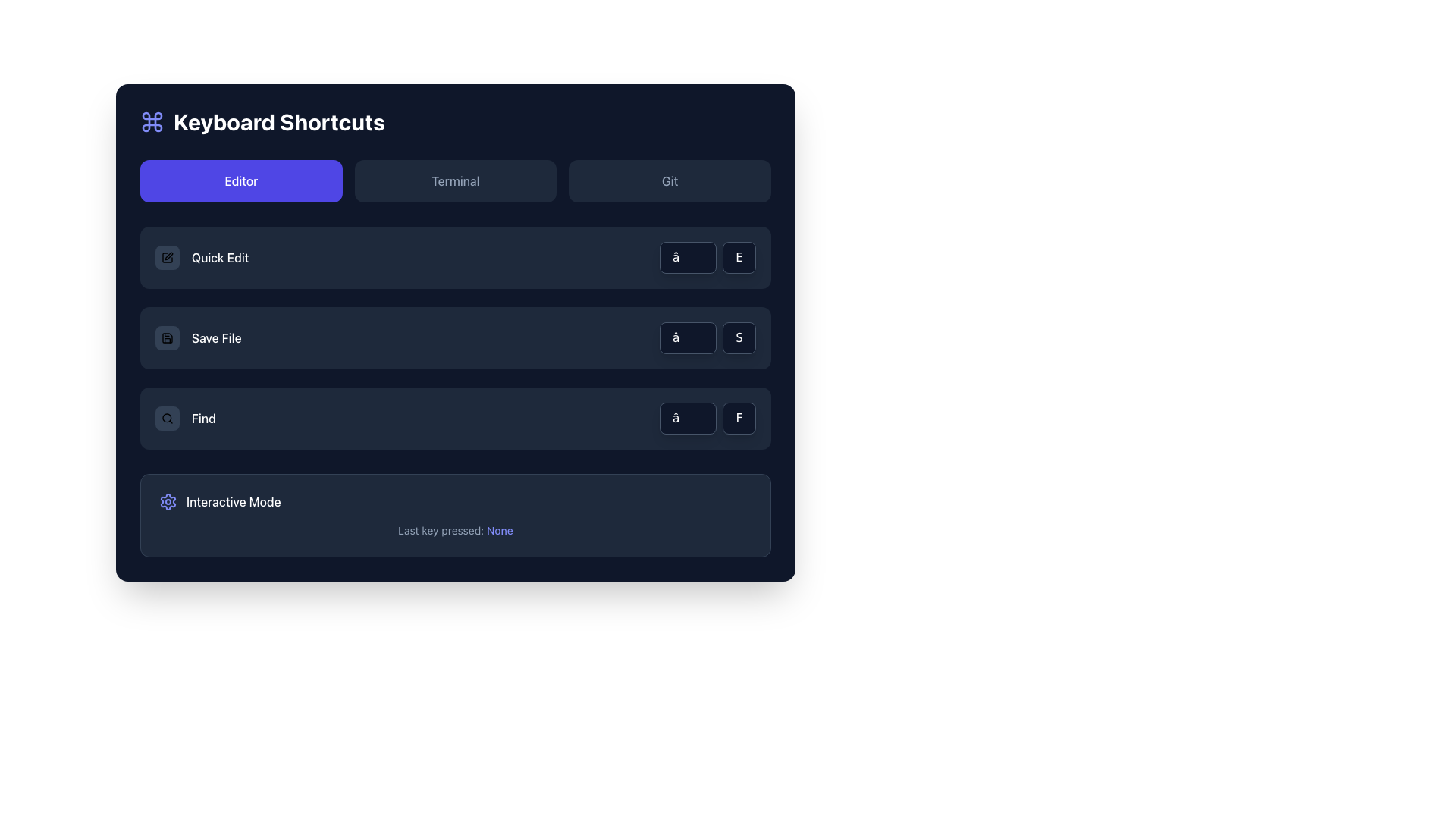  What do you see at coordinates (219, 256) in the screenshot?
I see `the Text Label that serves as a descriptor for the associated action in the shortcut list under the 'Editor' tab` at bounding box center [219, 256].